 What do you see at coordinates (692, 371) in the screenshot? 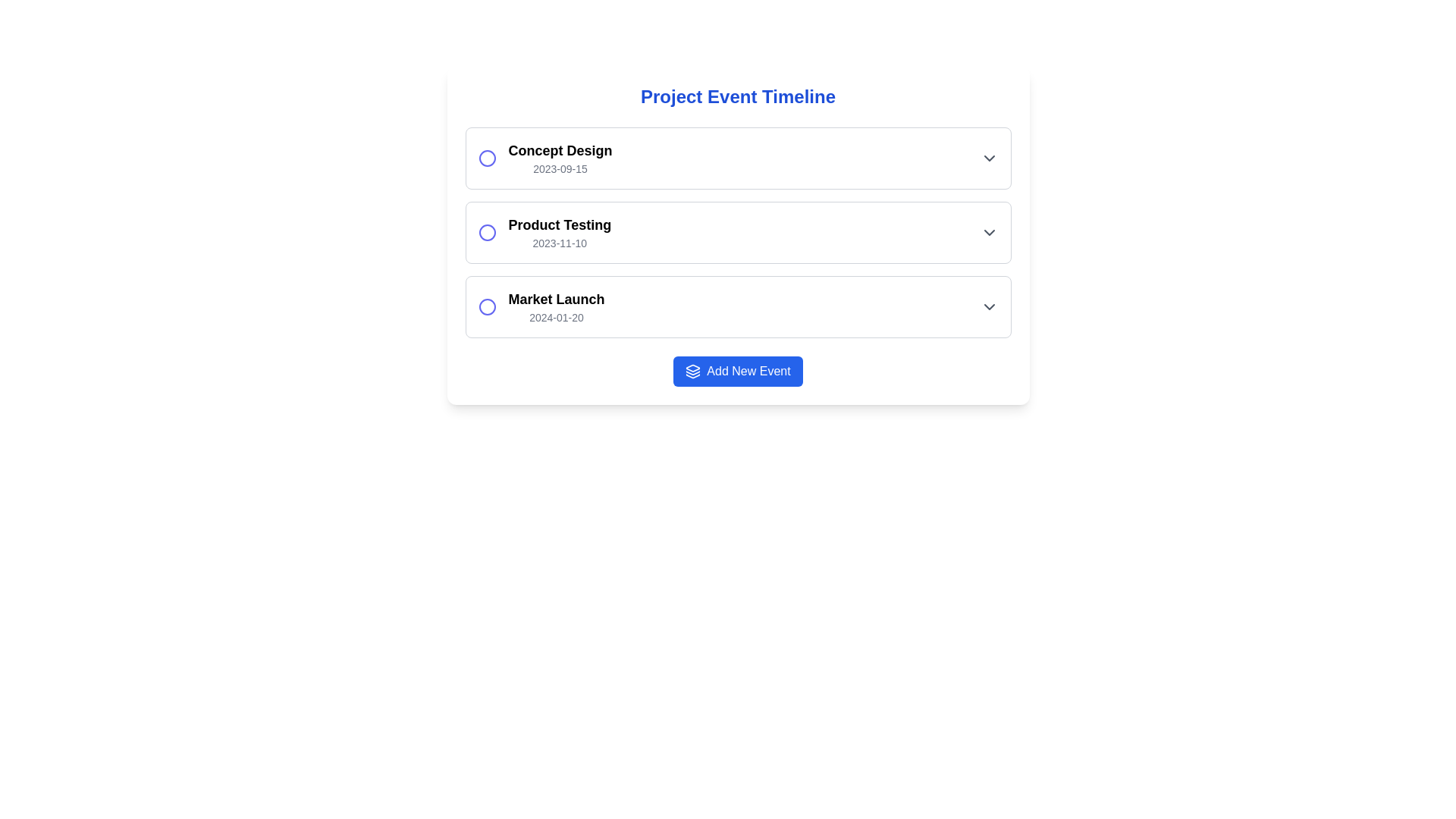
I see `the layers icon located inside the blue button labeled 'Add New Event', which is positioned to the left of the text` at bounding box center [692, 371].